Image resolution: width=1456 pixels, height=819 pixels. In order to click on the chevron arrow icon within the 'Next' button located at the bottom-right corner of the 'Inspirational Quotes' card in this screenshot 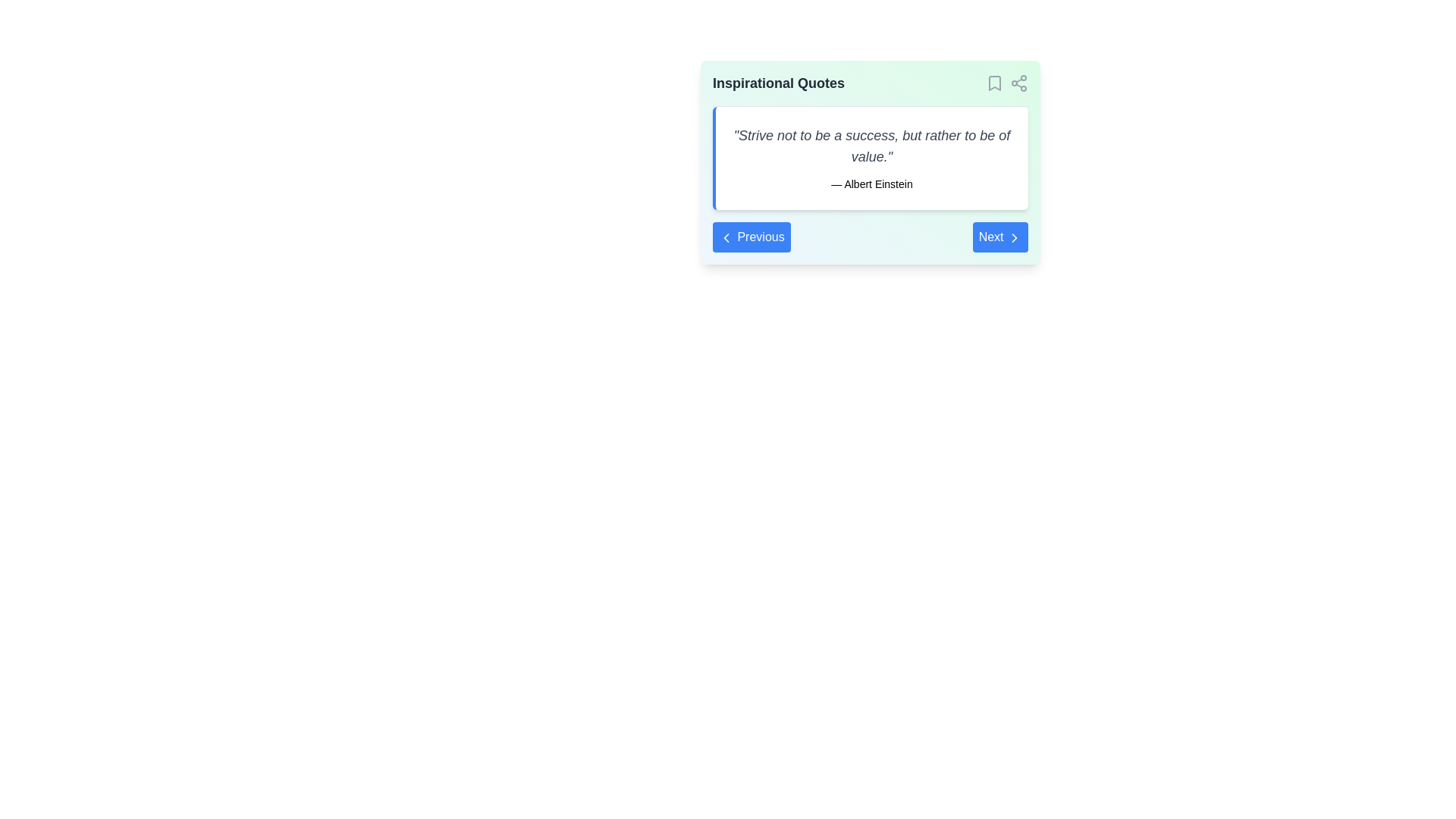, I will do `click(1015, 237)`.